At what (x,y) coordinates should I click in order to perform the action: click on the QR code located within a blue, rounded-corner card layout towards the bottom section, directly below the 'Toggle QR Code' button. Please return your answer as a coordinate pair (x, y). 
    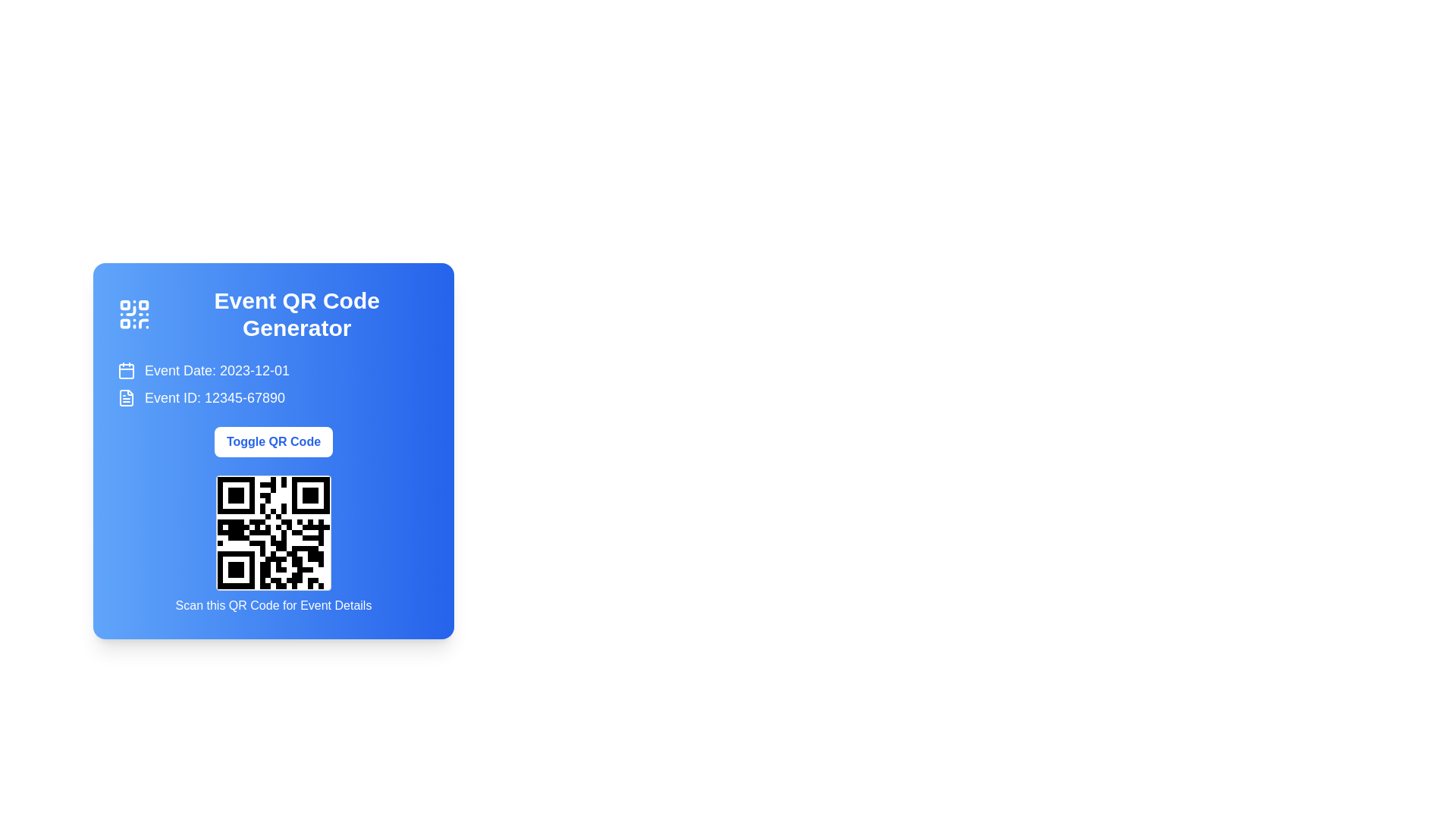
    Looking at the image, I should click on (273, 544).